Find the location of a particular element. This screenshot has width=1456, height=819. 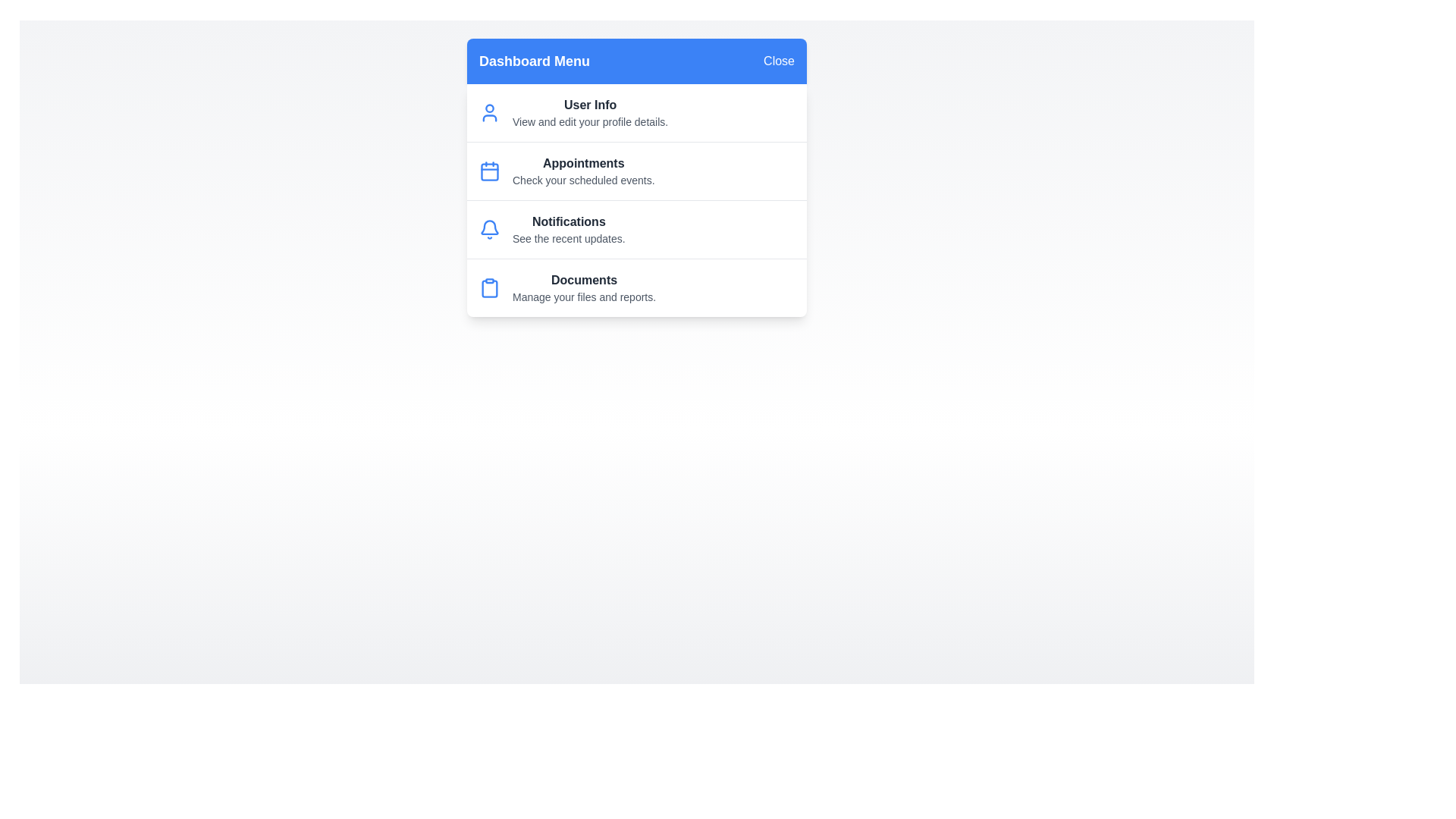

the menu item Appointments to view its details is located at coordinates (490, 171).